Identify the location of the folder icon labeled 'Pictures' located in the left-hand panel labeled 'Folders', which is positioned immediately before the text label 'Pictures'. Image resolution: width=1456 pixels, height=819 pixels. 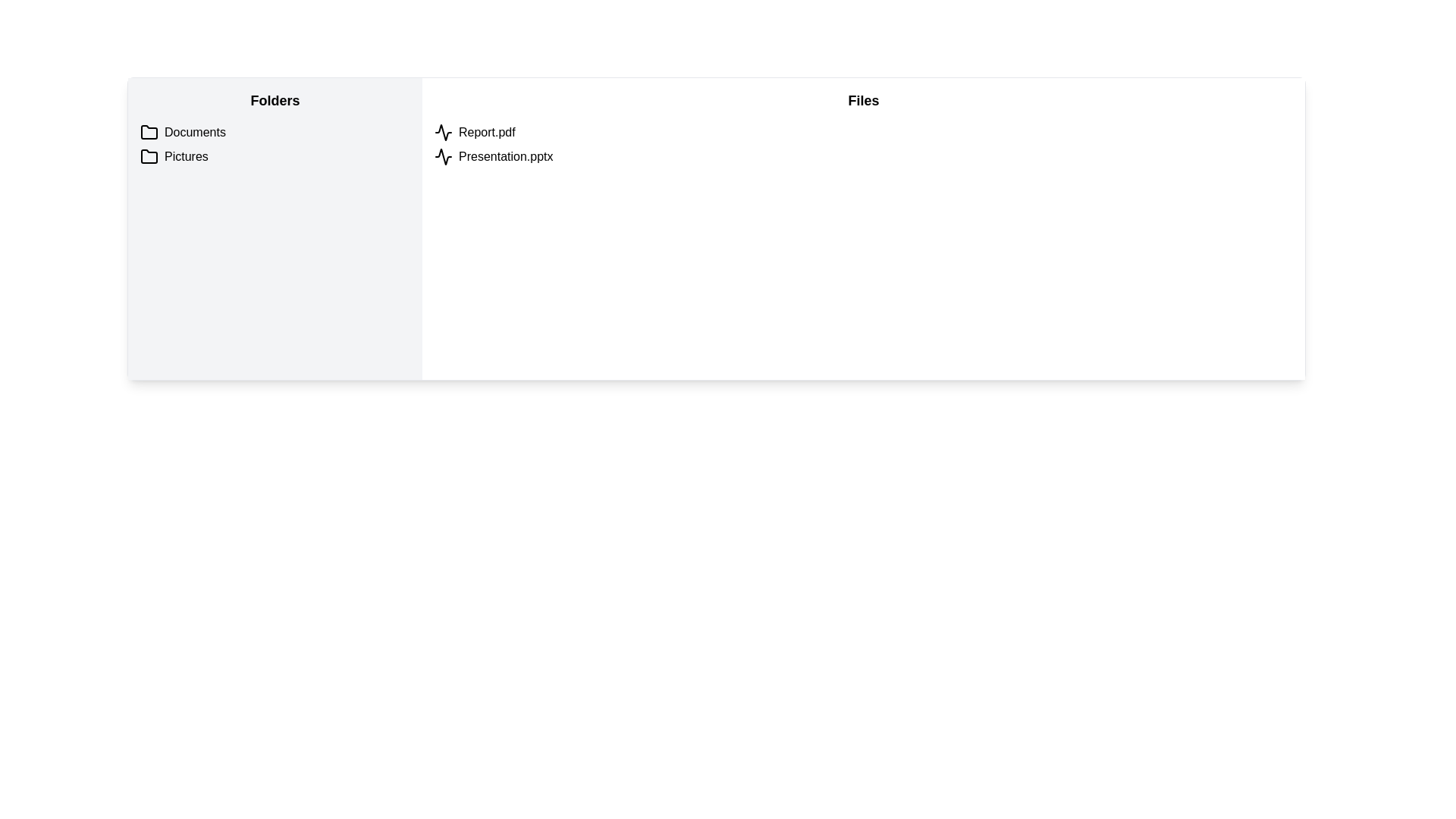
(149, 157).